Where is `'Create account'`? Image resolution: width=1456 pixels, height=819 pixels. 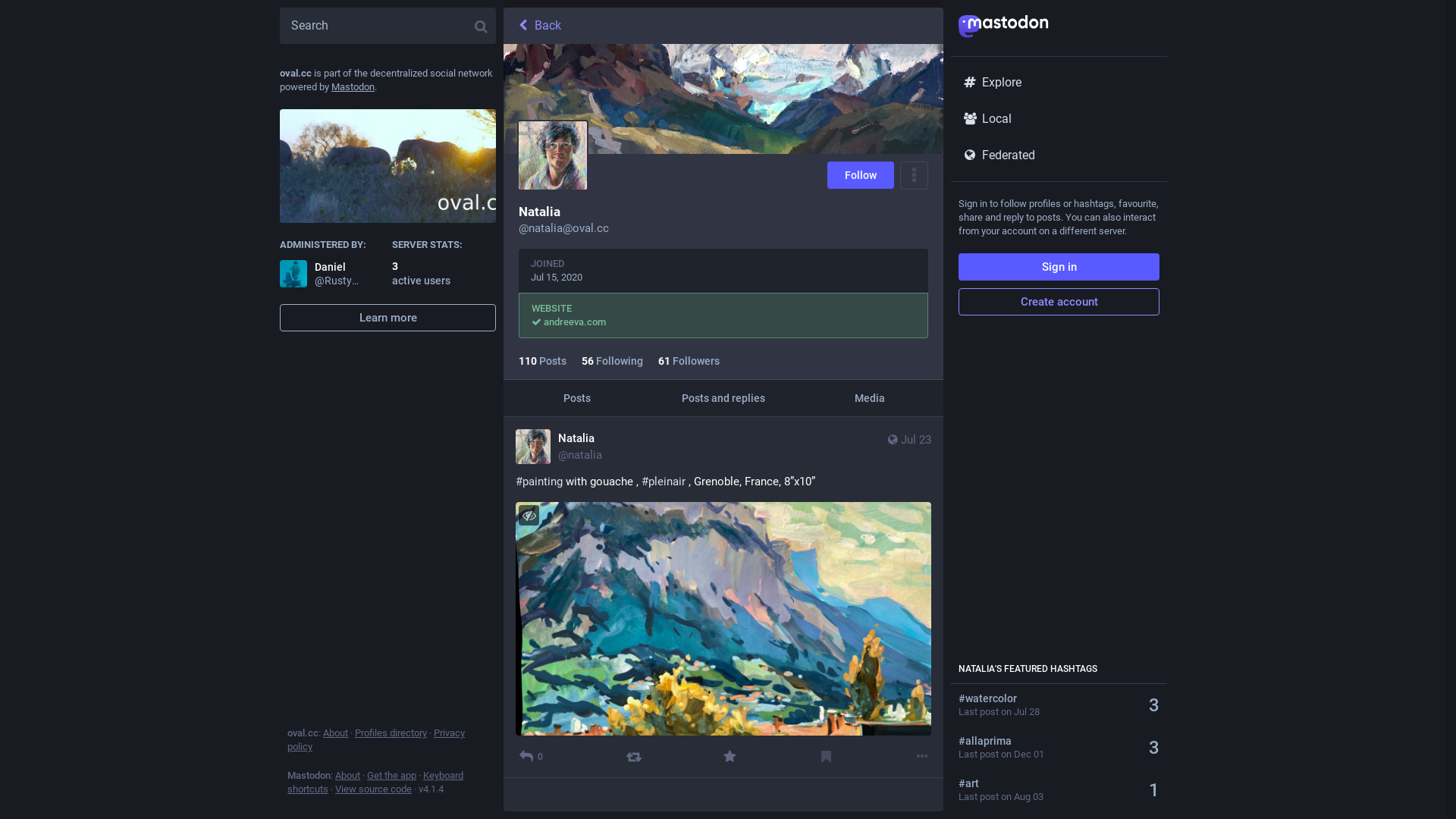
'Create account' is located at coordinates (1058, 301).